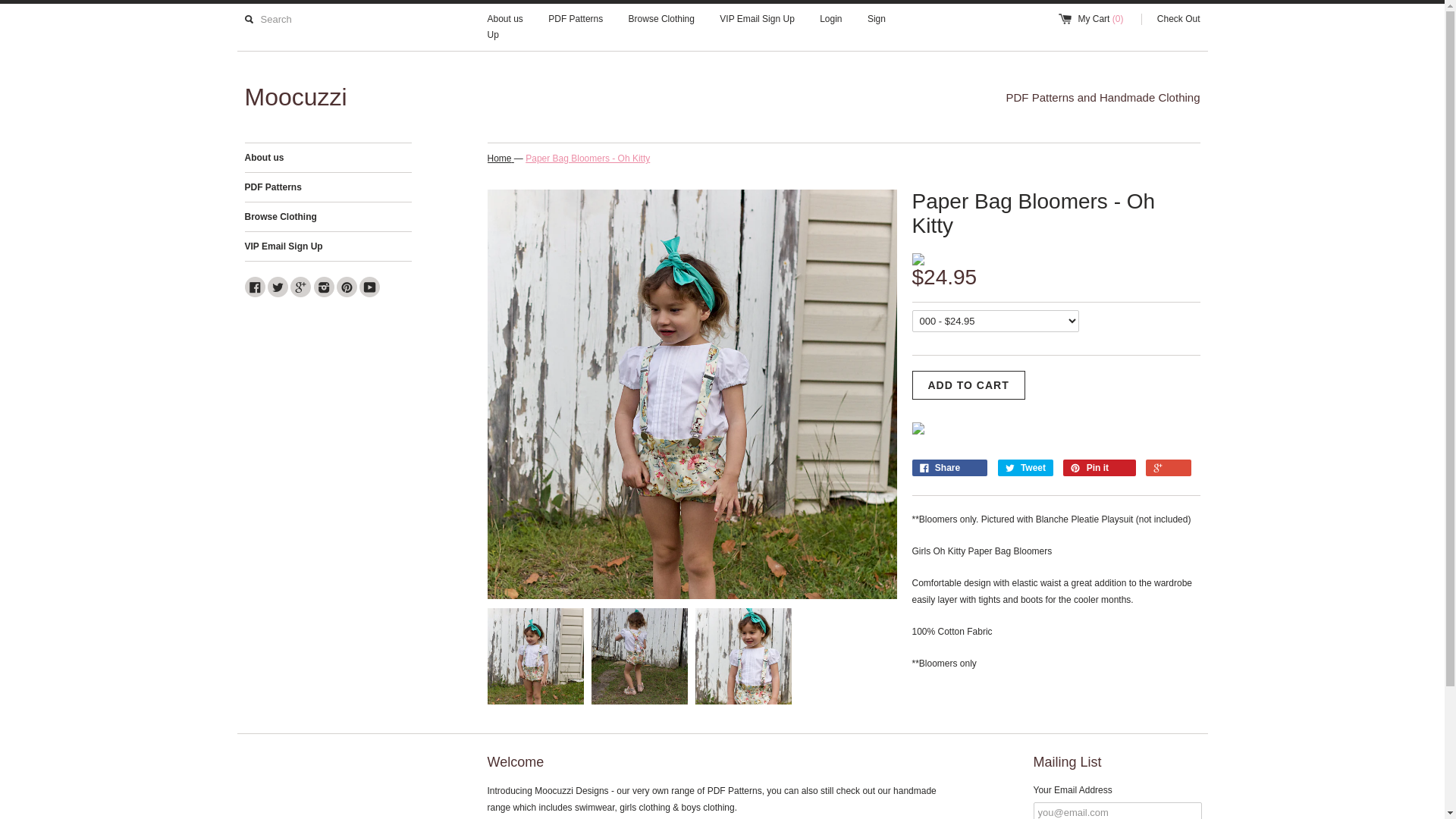  What do you see at coordinates (1025, 467) in the screenshot?
I see `'Tweet'` at bounding box center [1025, 467].